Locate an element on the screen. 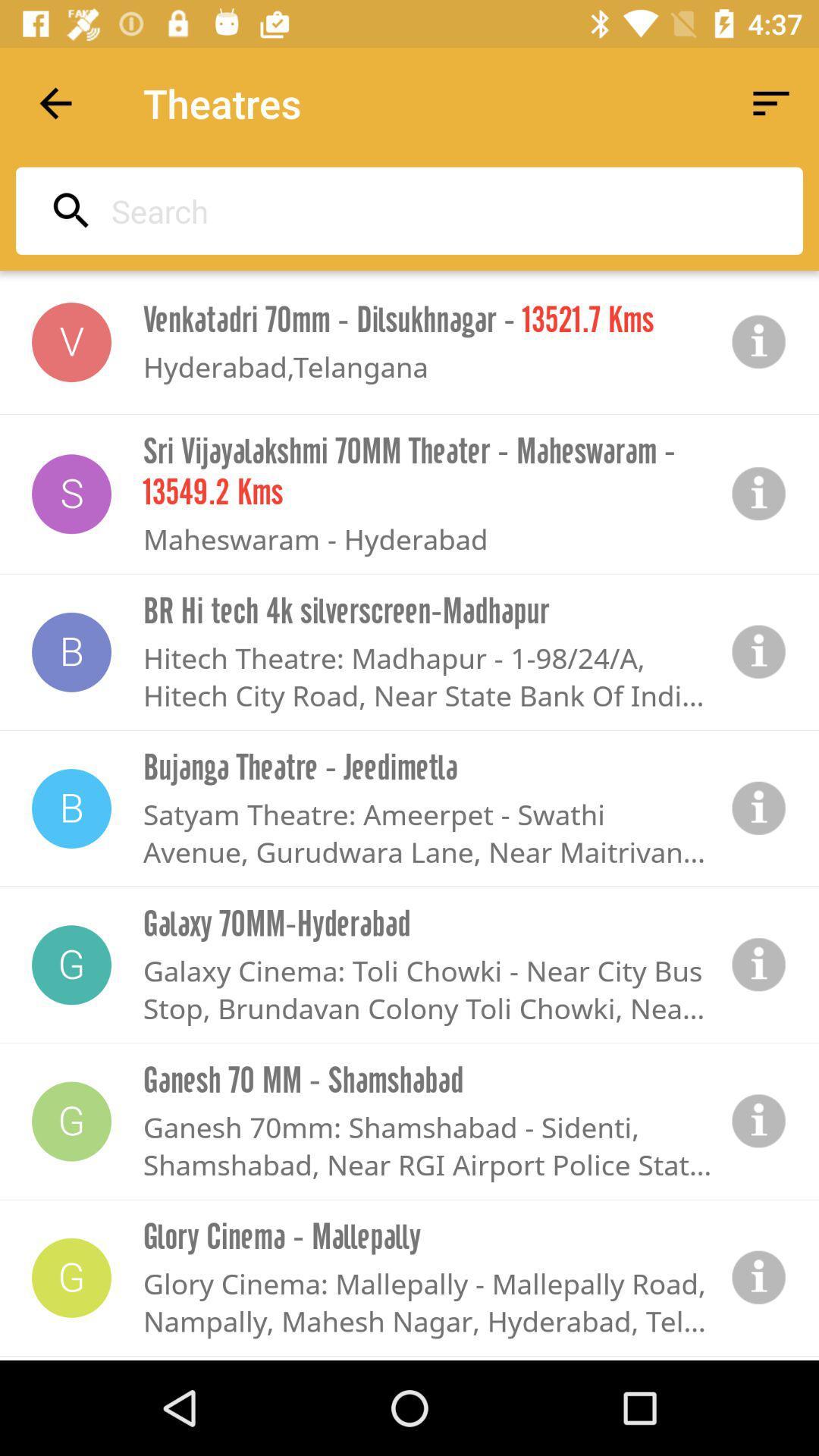 Image resolution: width=819 pixels, height=1456 pixels. get more info on this awaiting adventure is located at coordinates (759, 652).